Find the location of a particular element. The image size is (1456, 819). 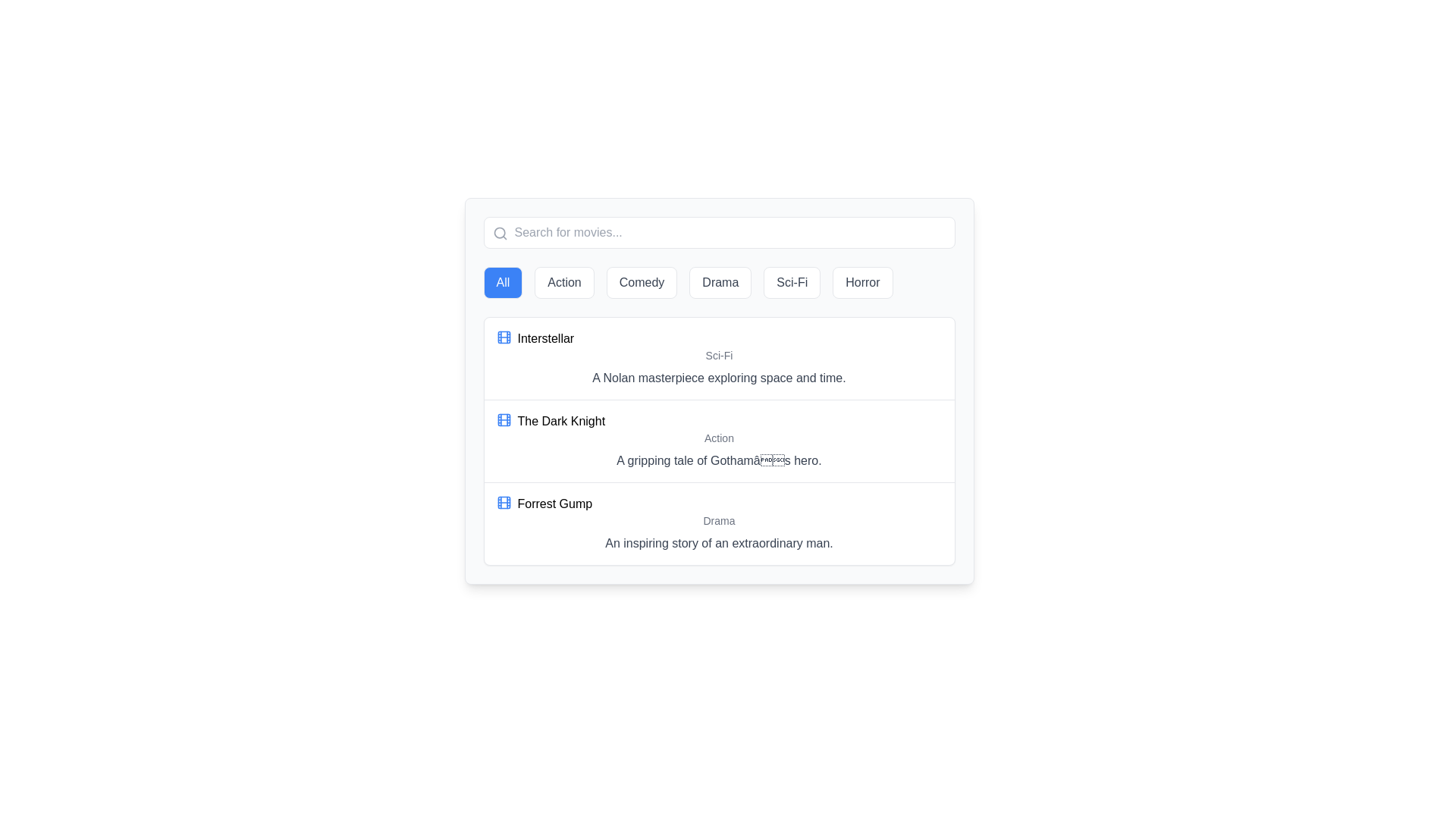

text content of the first List Item displaying the movie entry titled 'Interstellar', which includes the title, genre label 'Sci-Fi', and the description 'A Nolan masterpiece exploring space and time.' is located at coordinates (718, 359).